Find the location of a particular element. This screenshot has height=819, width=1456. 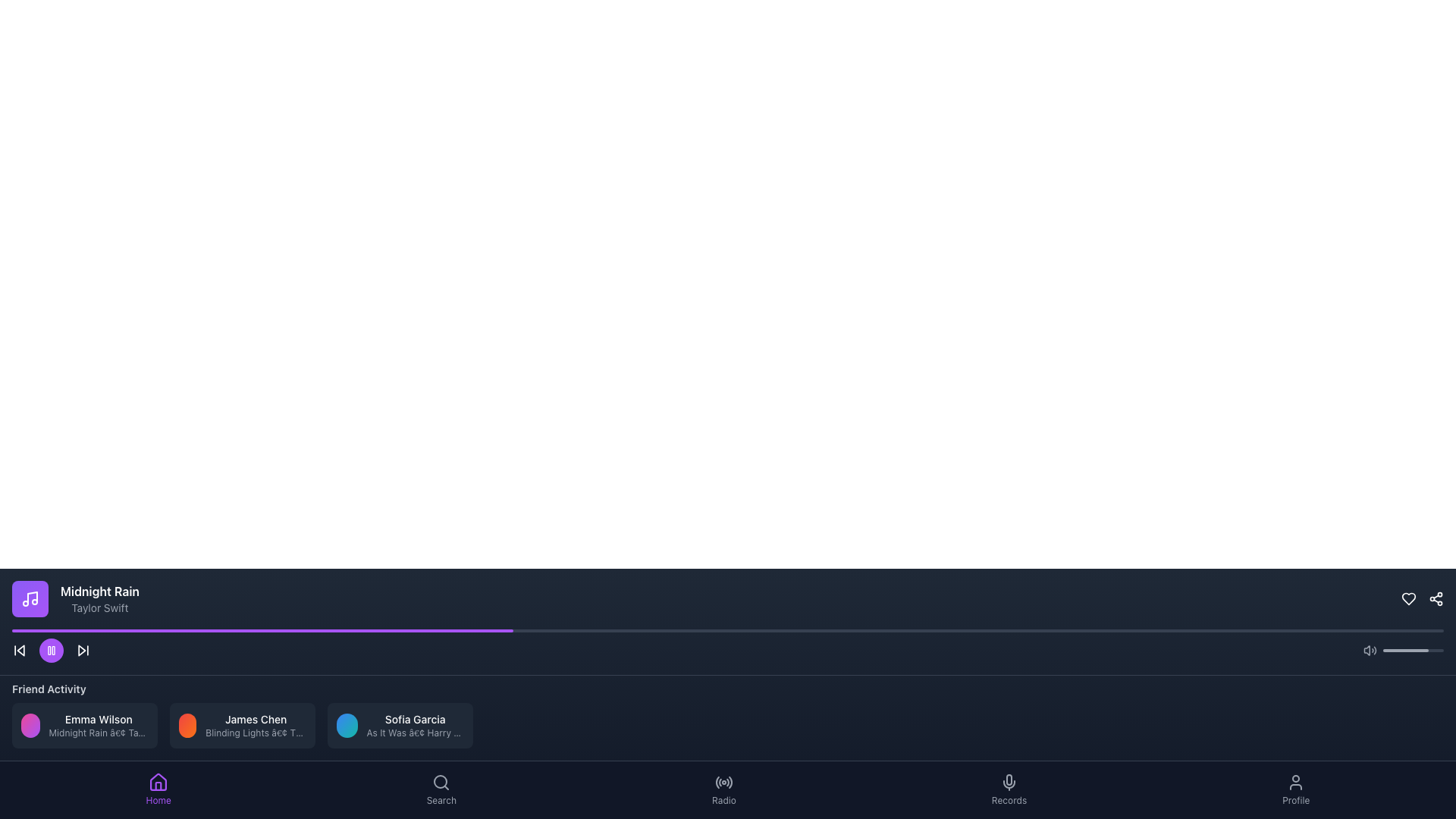

the volume slider is located at coordinates (1413, 649).